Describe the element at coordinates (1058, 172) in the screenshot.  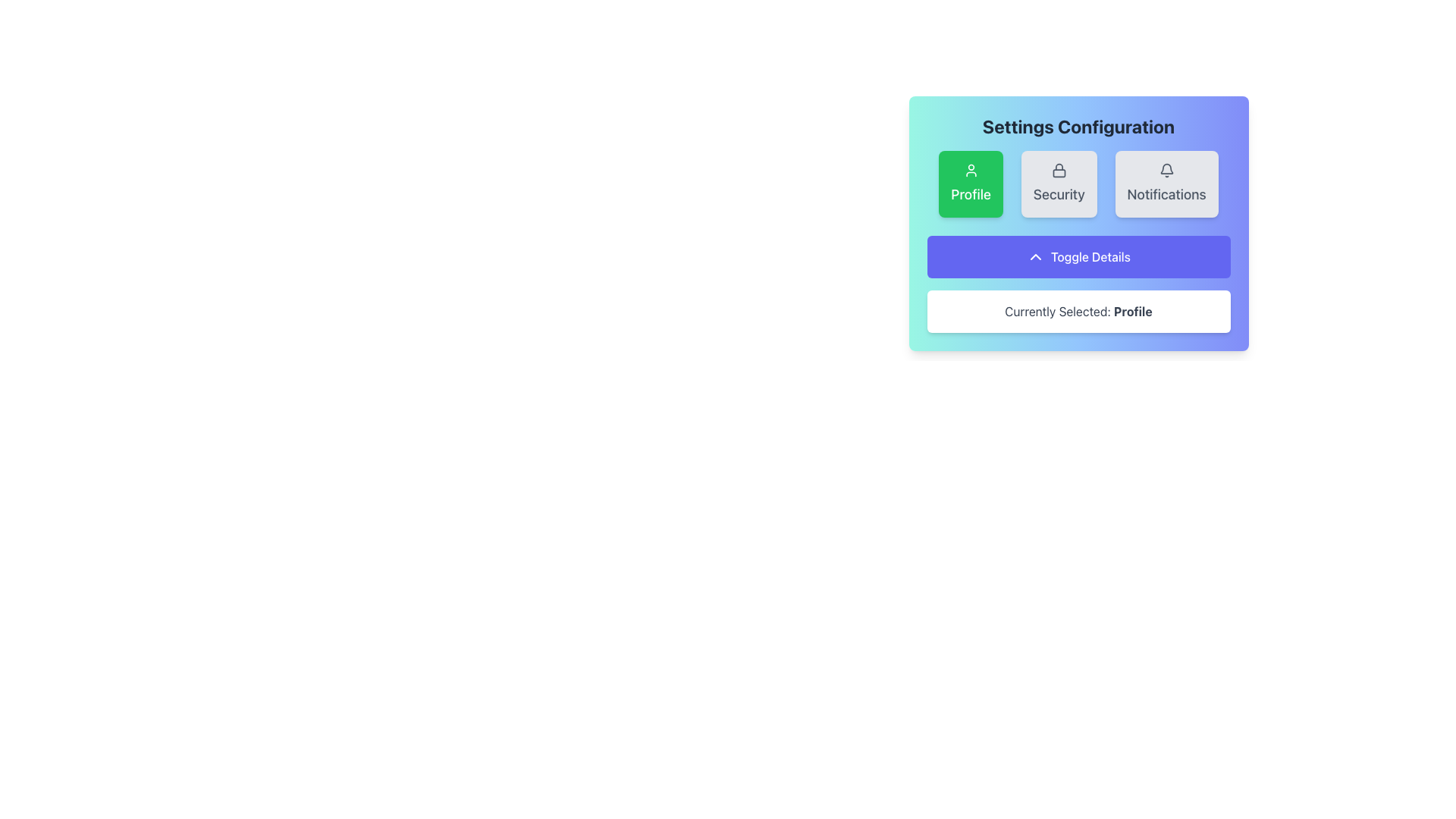
I see `the decorative component of the padlock icon, which is located inside the 'Security' button and positioned below the shackle element` at that location.